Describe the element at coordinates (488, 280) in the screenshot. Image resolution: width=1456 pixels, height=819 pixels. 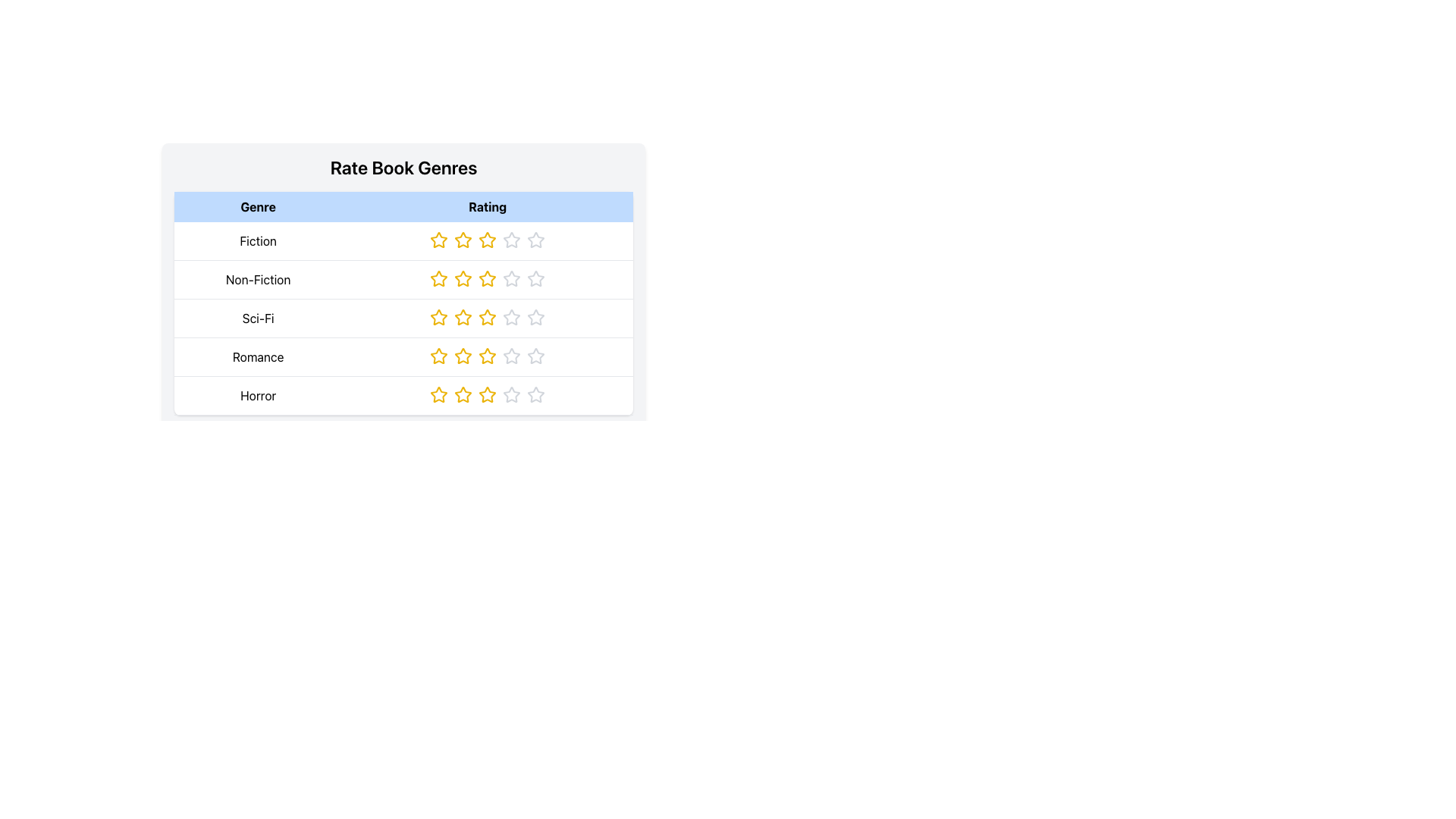
I see `the fifth star icon in the 'Rating' column of the 'Non-Fiction' row, which represents the rating system` at that location.